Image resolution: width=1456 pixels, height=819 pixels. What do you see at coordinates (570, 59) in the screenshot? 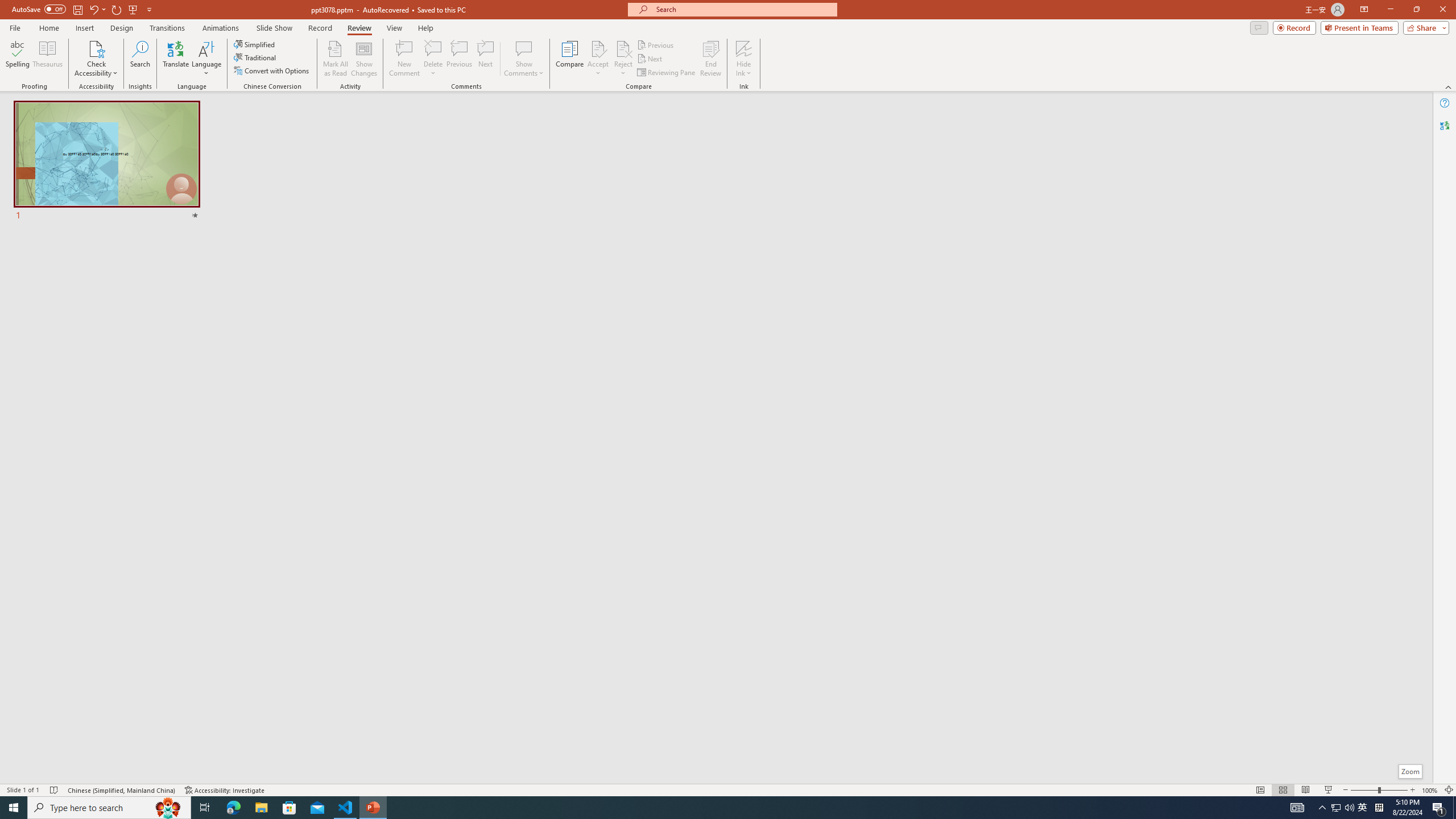
I see `'Compare'` at bounding box center [570, 59].